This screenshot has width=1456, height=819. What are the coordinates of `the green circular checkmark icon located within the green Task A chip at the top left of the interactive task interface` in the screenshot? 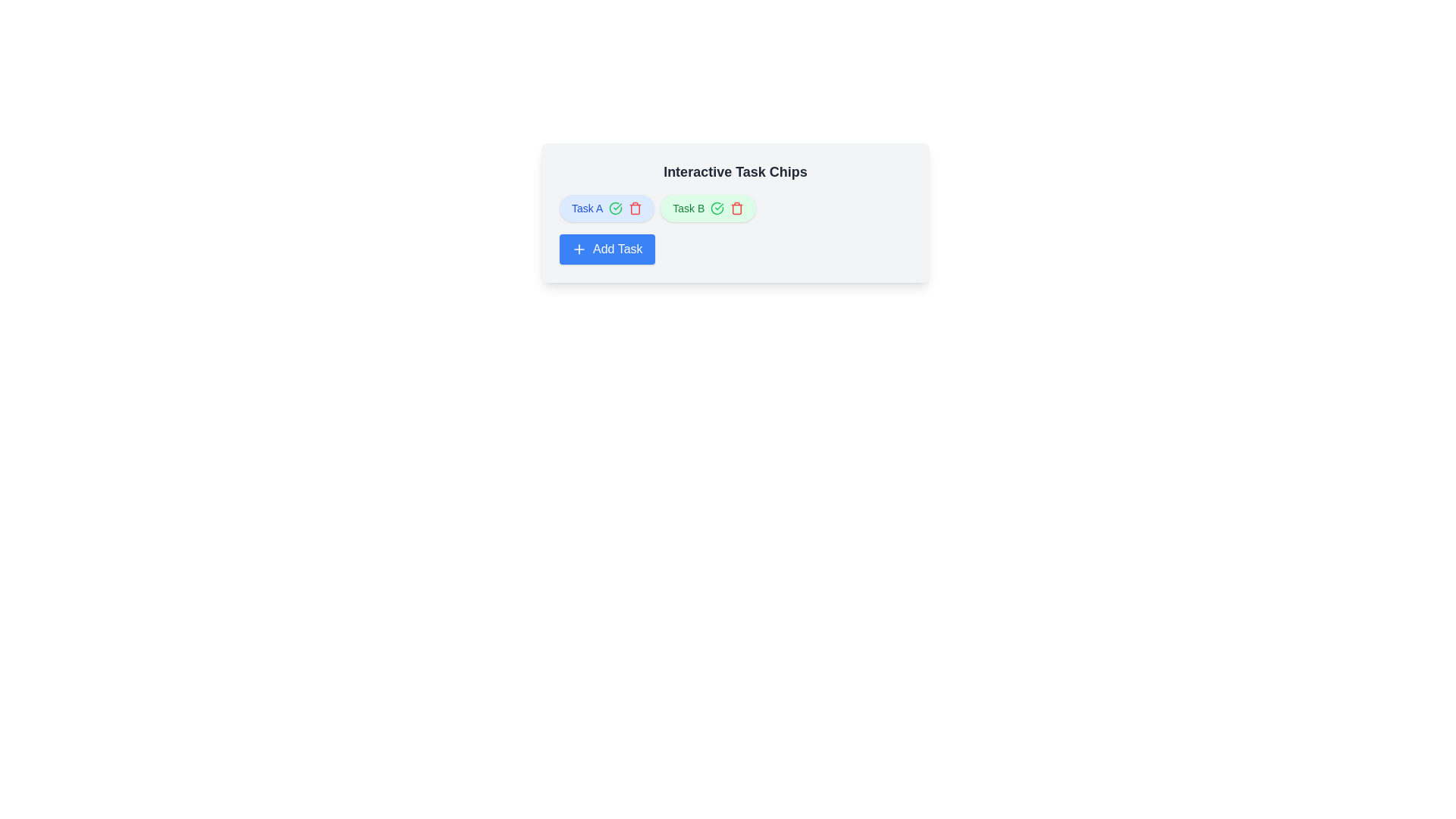 It's located at (717, 208).